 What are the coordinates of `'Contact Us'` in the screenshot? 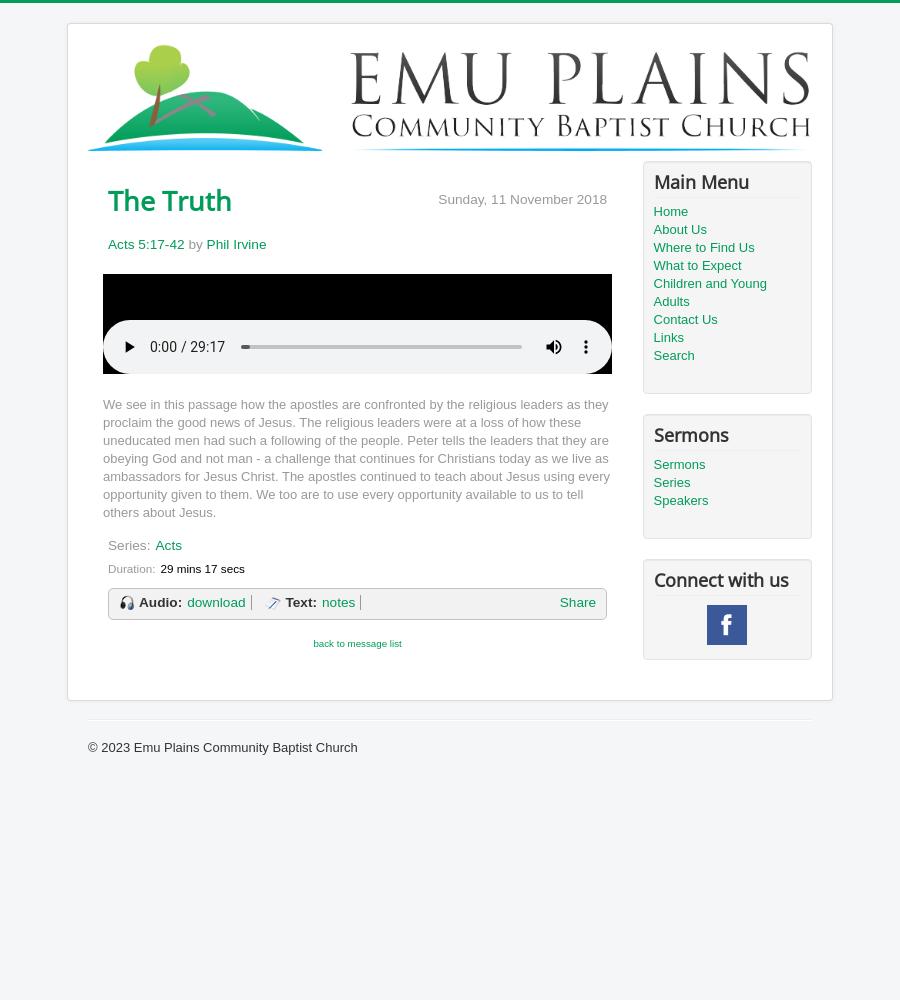 It's located at (683, 318).